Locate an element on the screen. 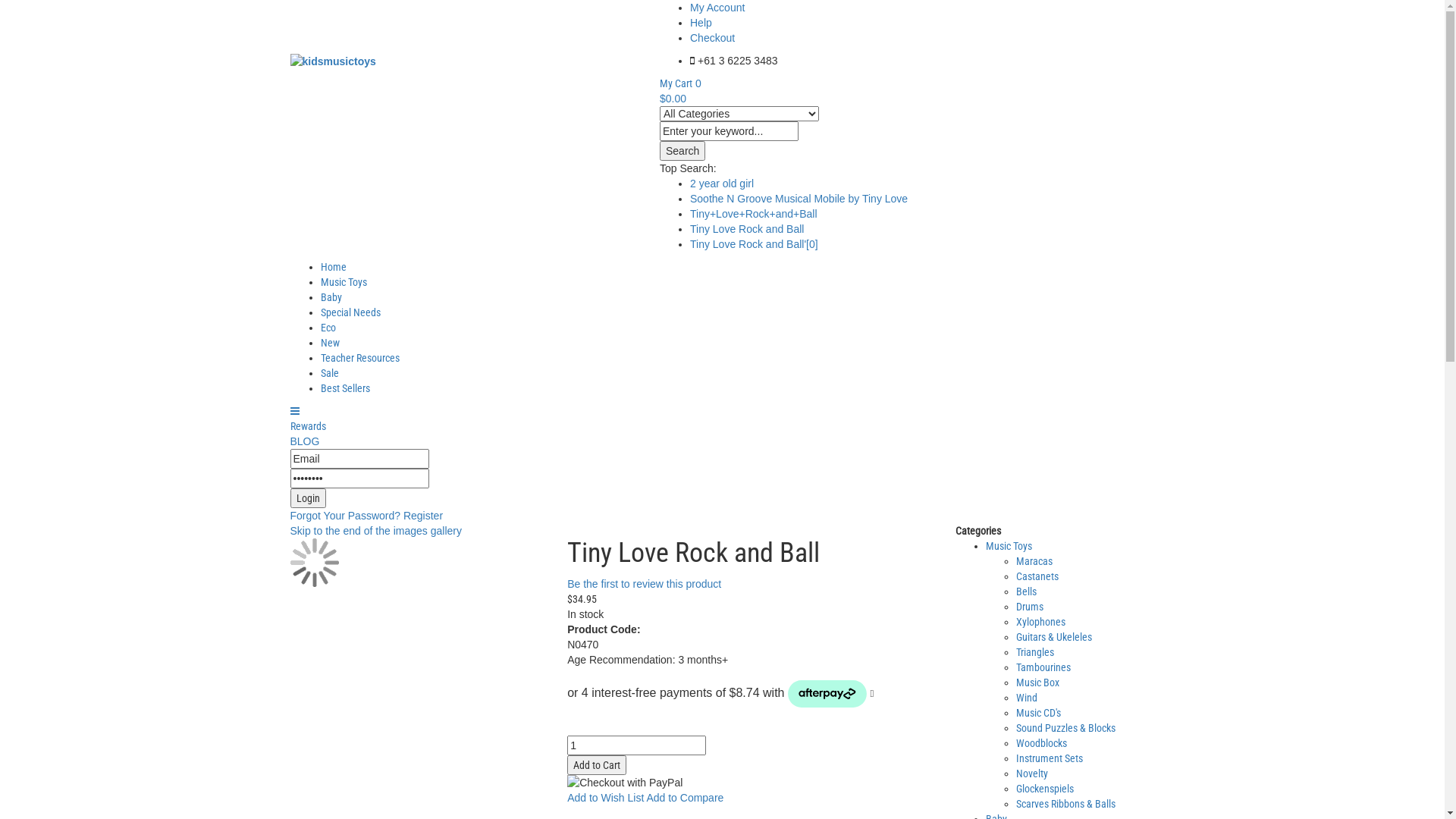  'Teacher Resources' is located at coordinates (359, 357).